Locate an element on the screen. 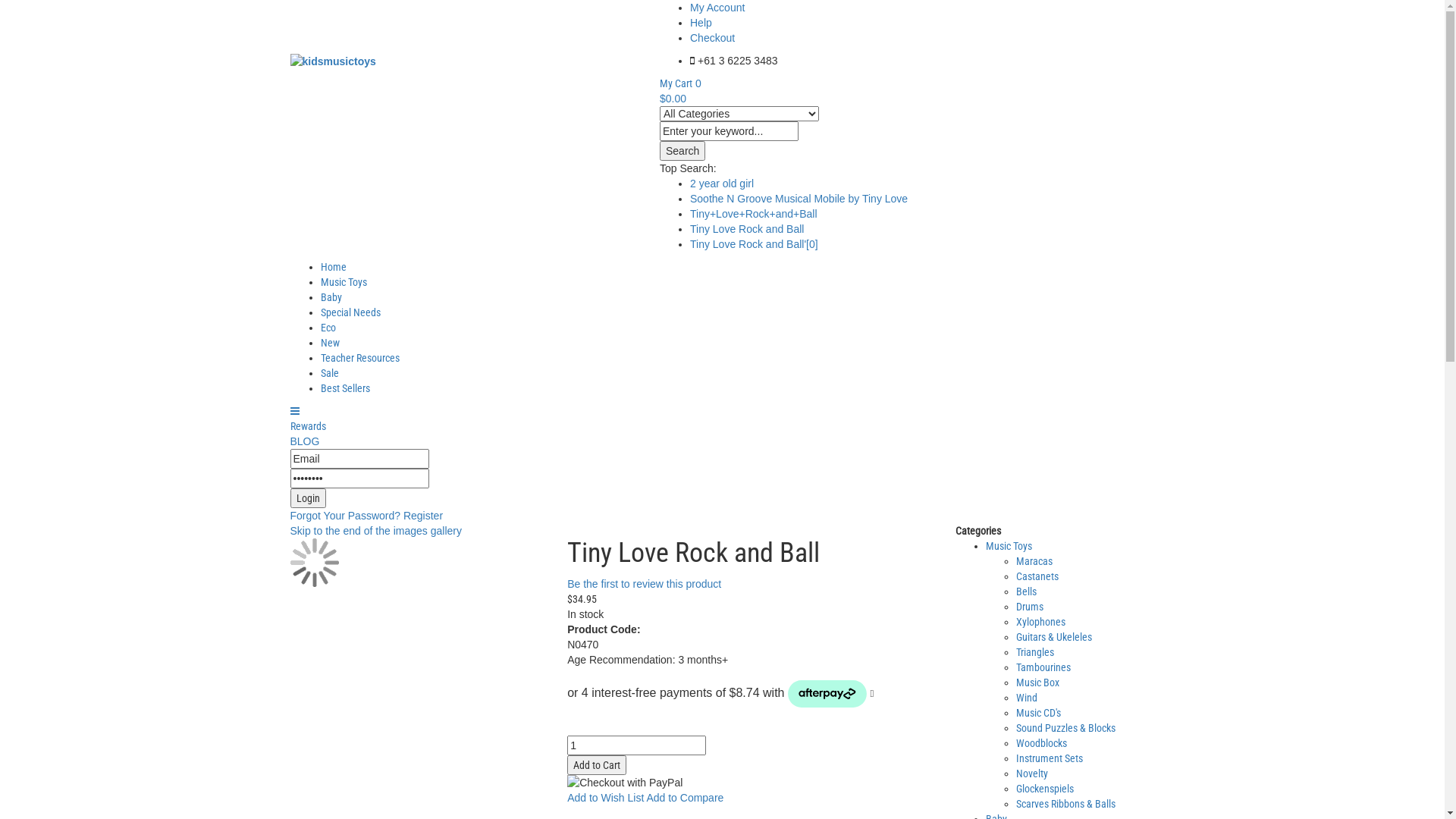  'Teacher Resources' is located at coordinates (359, 357).